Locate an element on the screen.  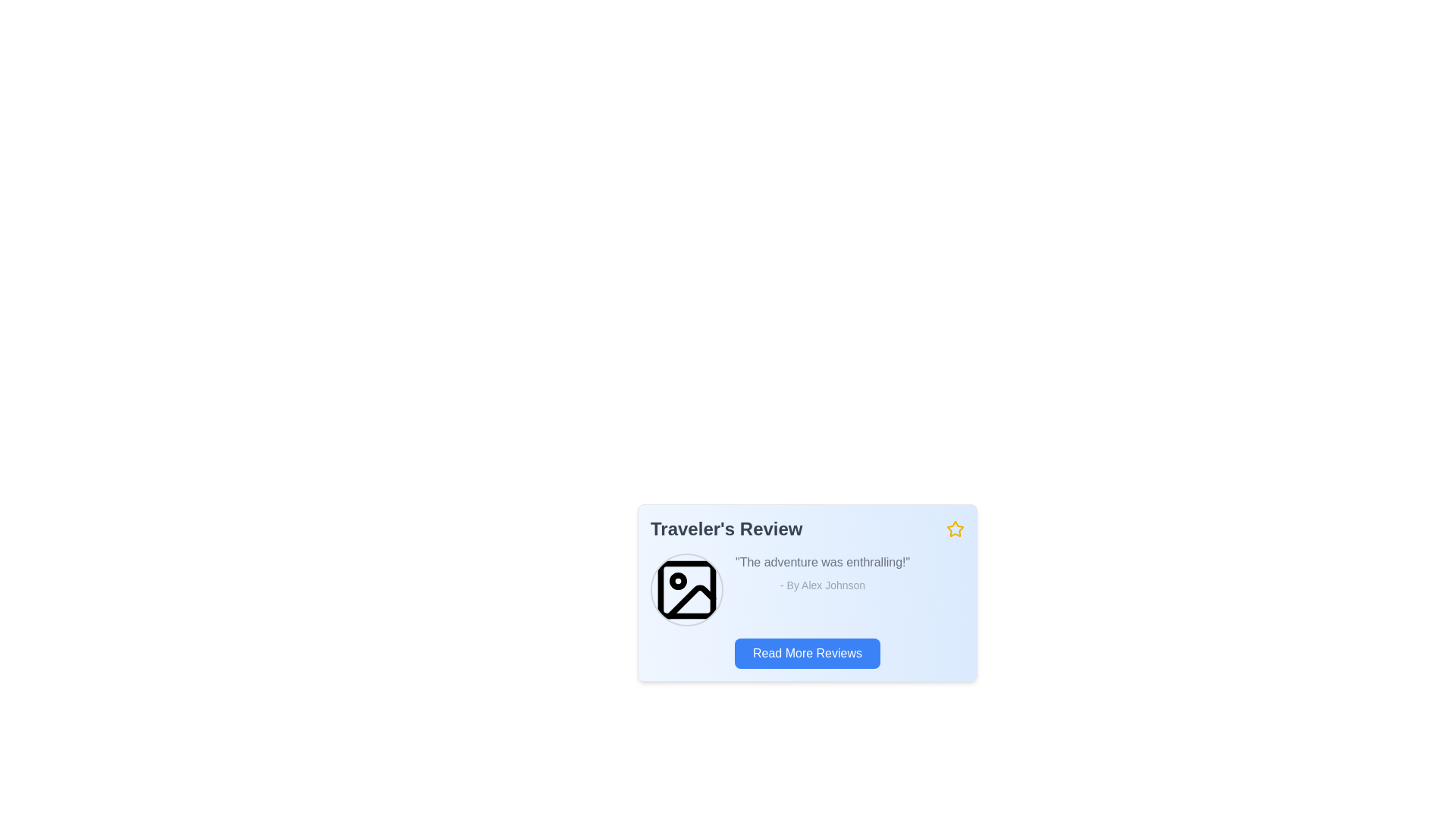
the prominent text label displaying 'Traveler's Review' in large, bold, dark gray font located at the upper-left corner of the card is located at coordinates (726, 529).